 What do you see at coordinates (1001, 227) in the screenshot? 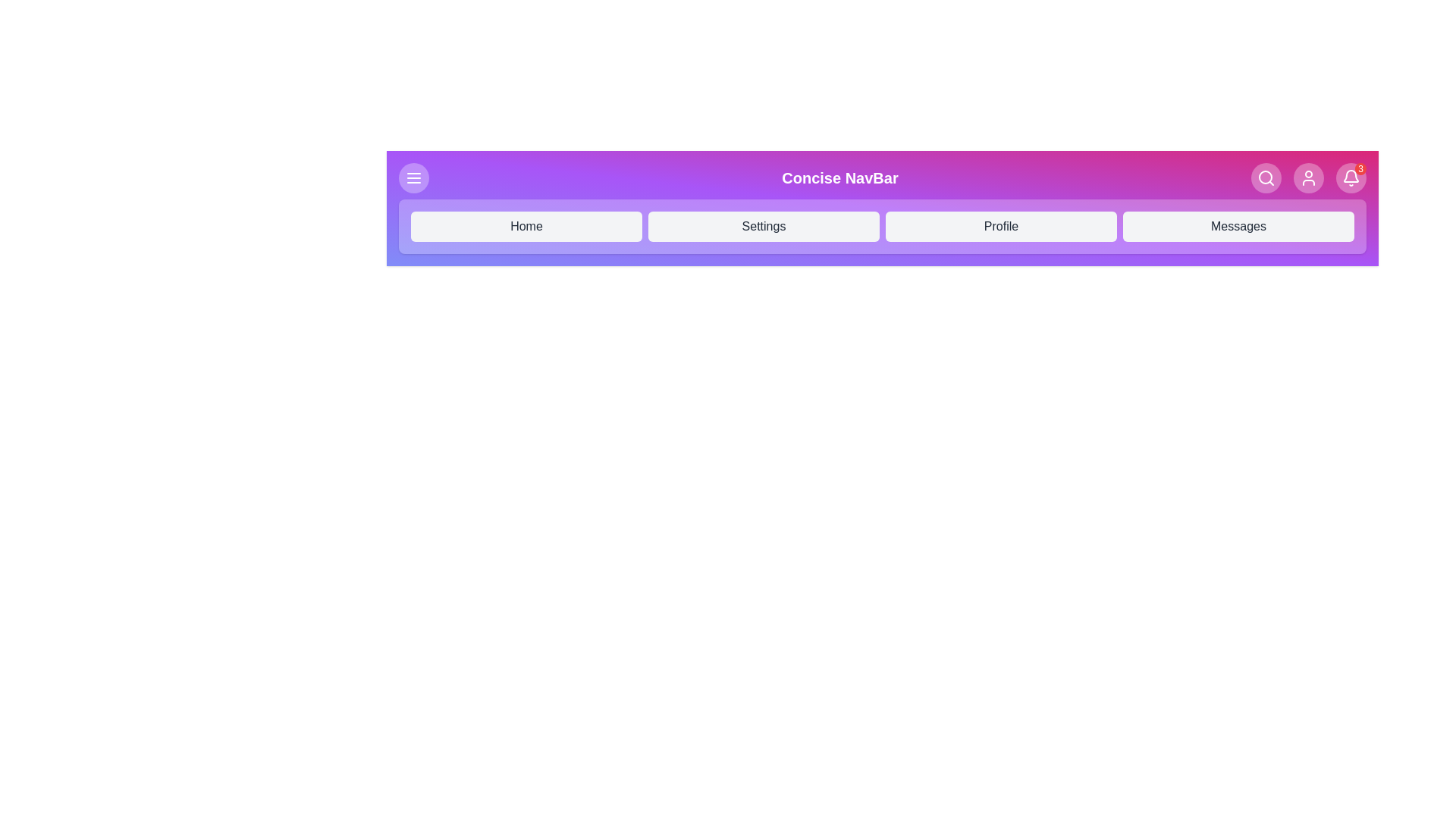
I see `the navigation menu item Profile` at bounding box center [1001, 227].